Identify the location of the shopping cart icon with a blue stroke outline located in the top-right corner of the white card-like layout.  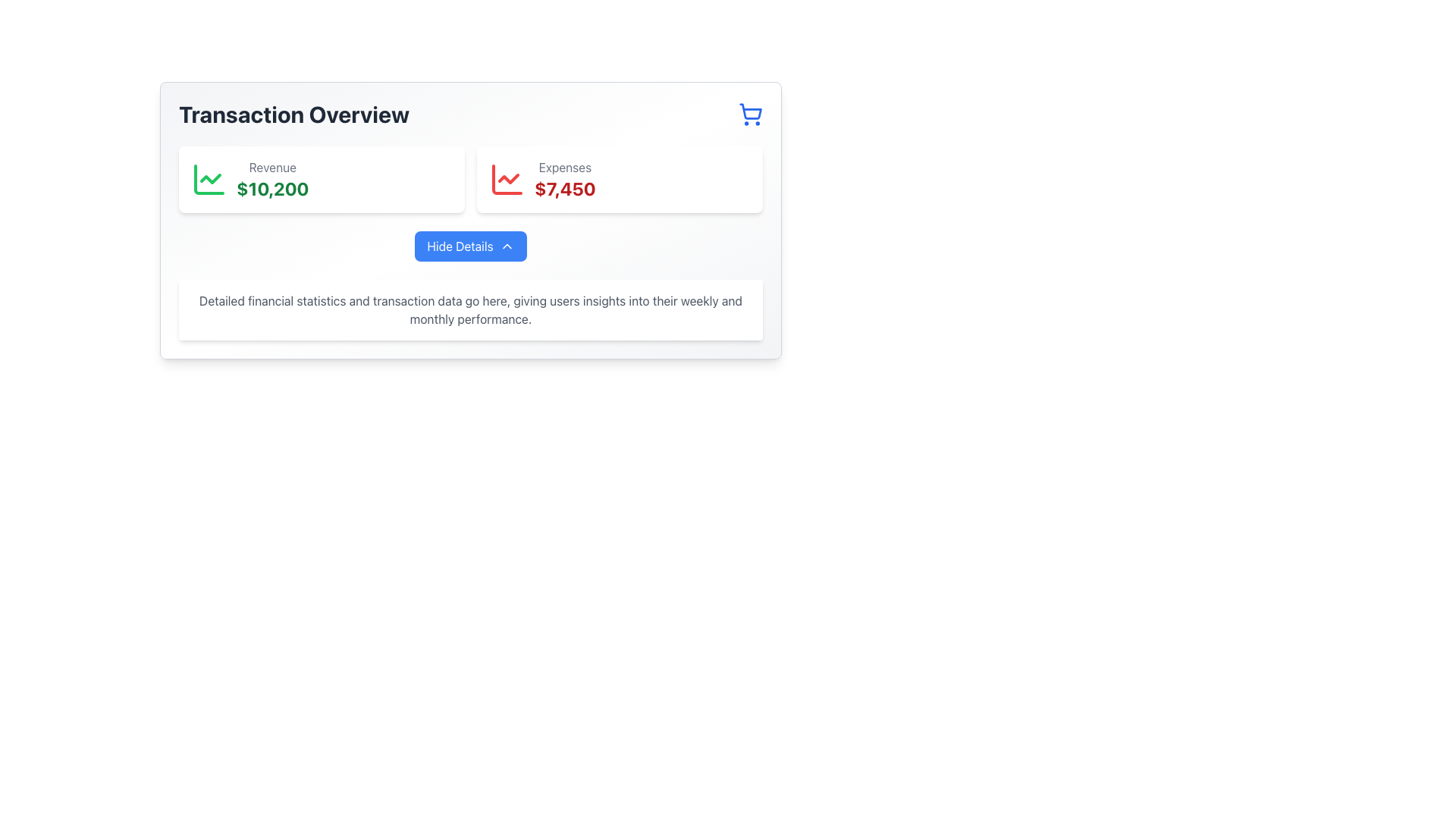
(751, 111).